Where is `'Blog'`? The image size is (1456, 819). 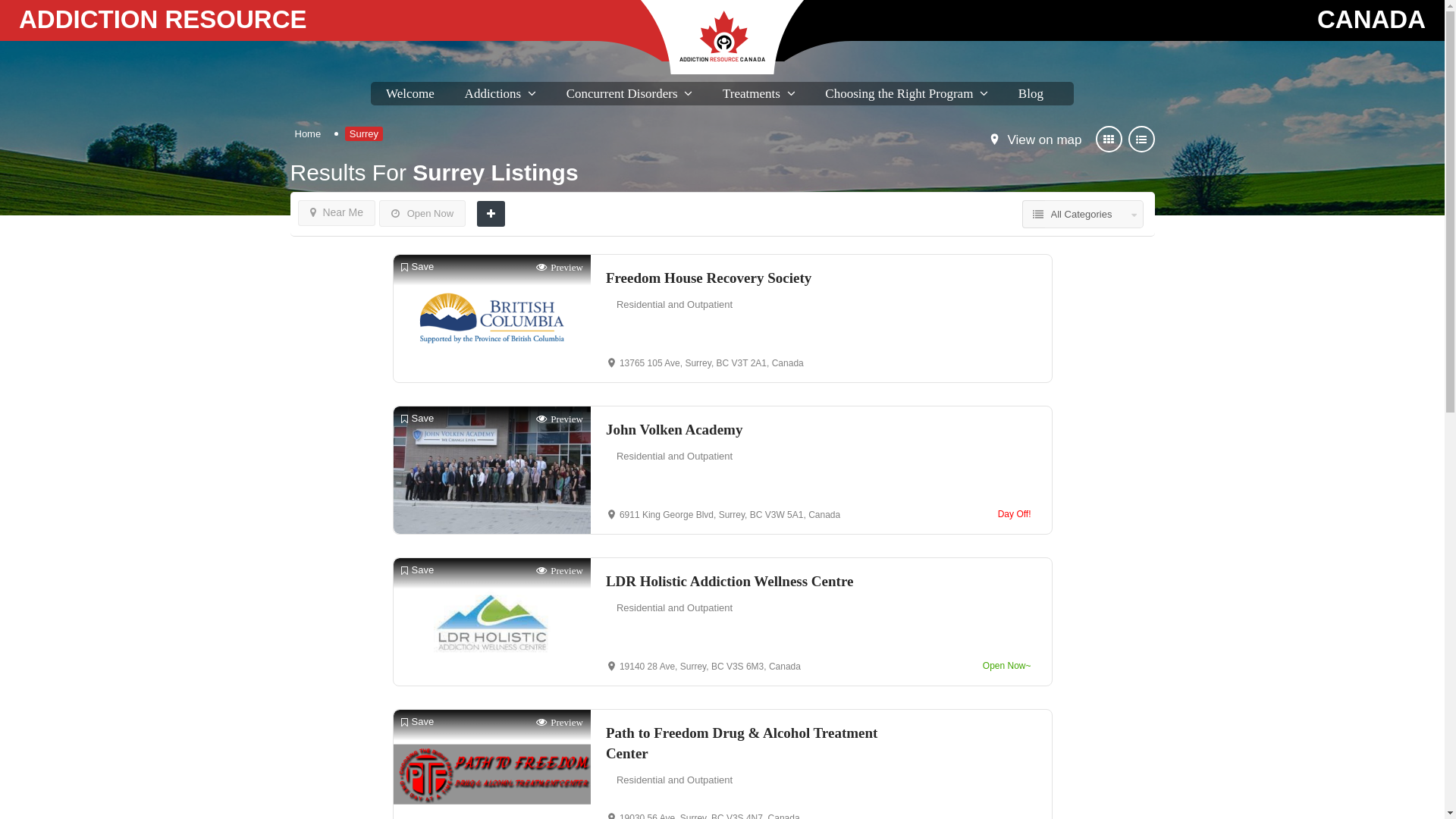 'Blog' is located at coordinates (1031, 93).